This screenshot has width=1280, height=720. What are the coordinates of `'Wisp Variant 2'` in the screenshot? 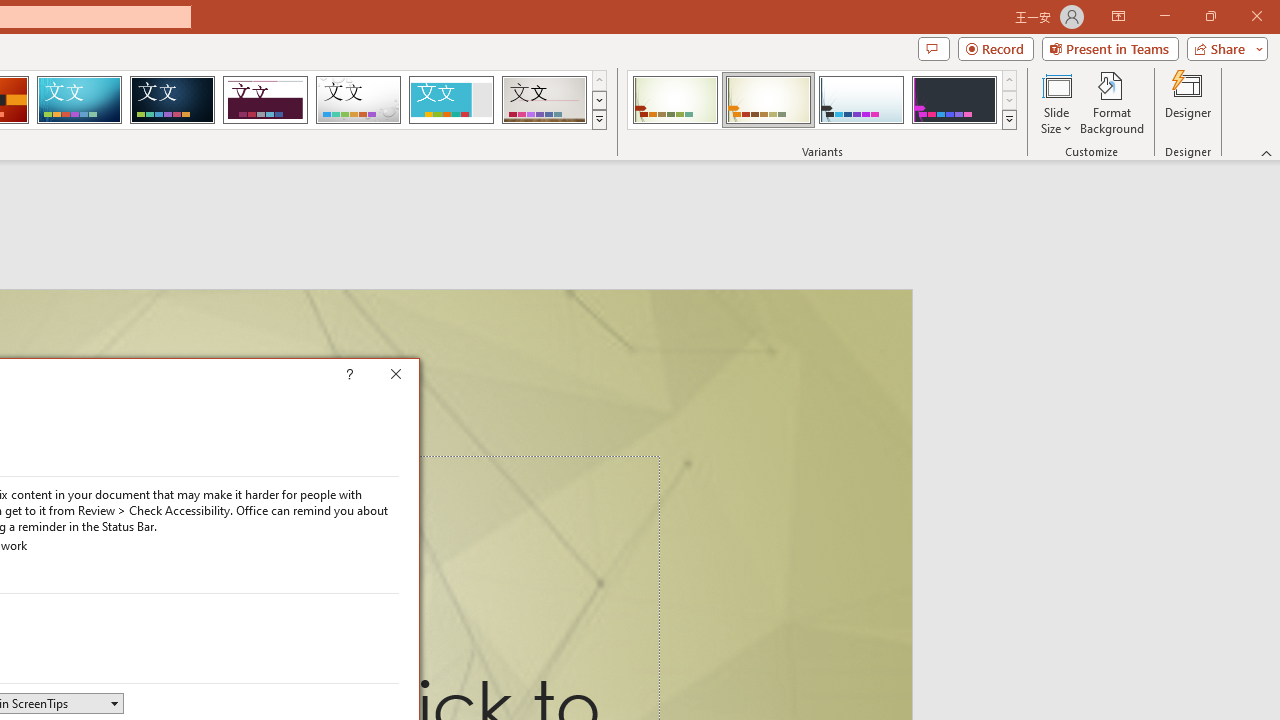 It's located at (767, 100).